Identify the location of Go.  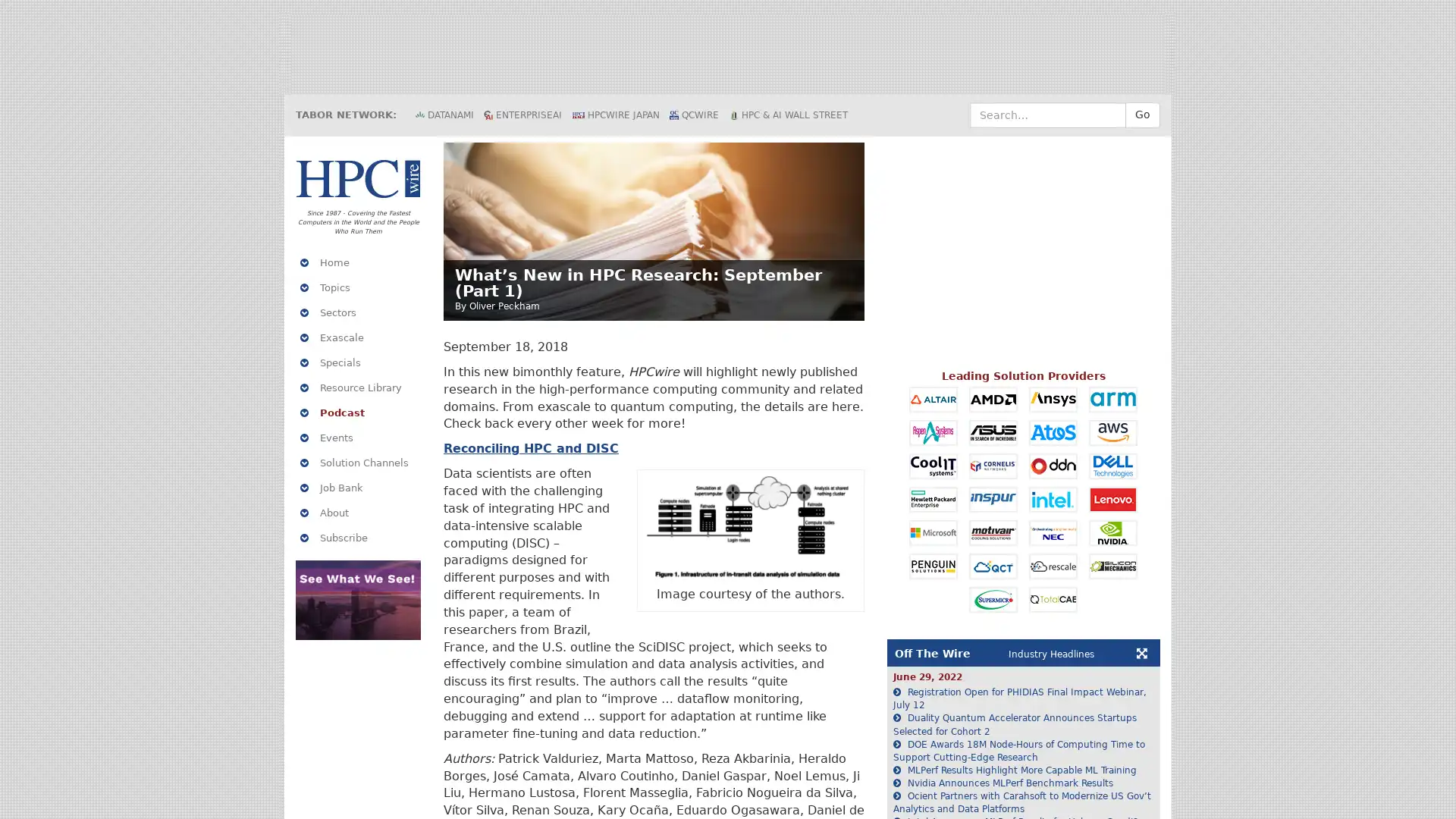
(1143, 114).